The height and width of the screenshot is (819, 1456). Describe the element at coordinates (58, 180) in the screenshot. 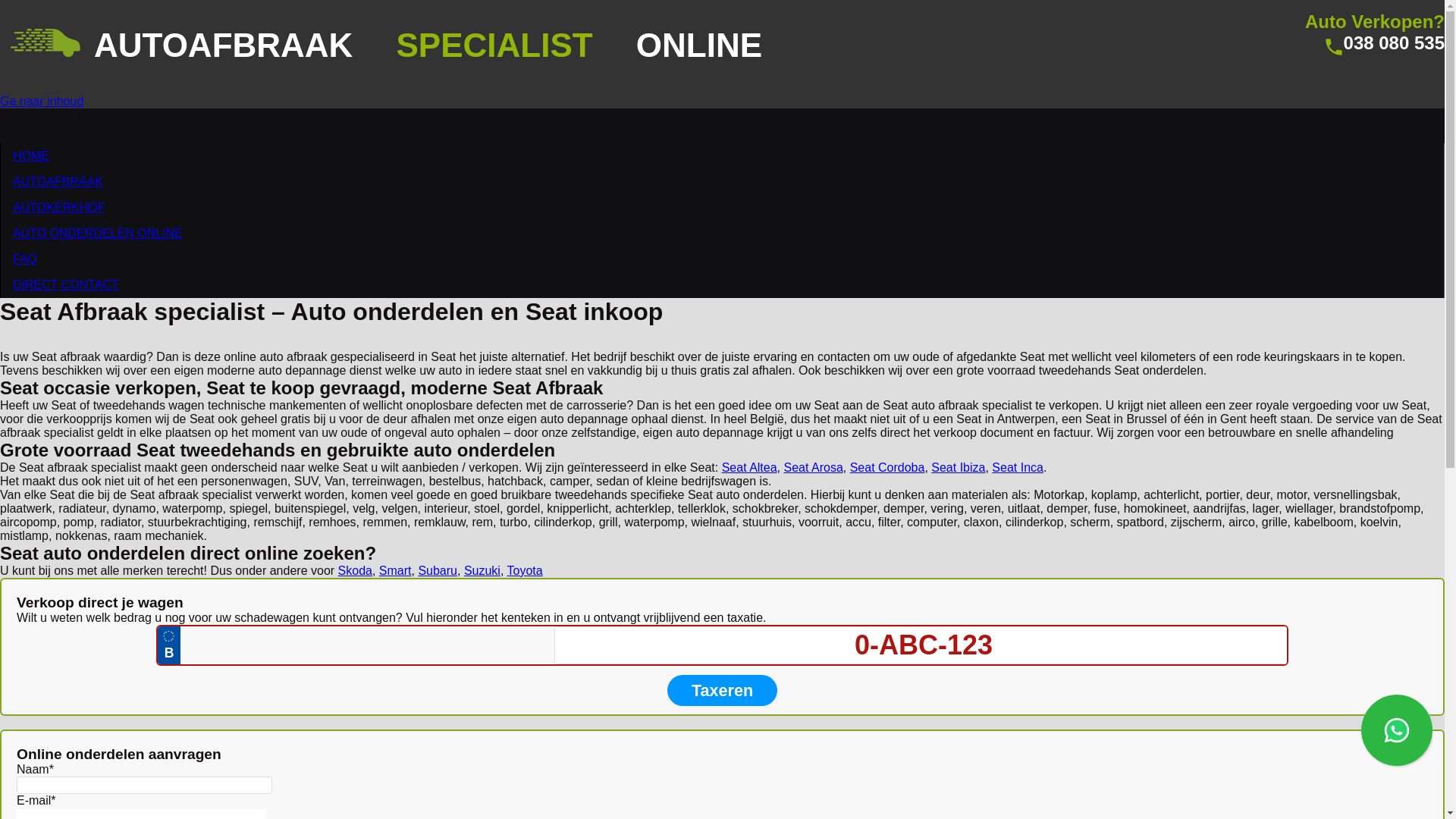

I see `'AUTOAFBRAAK'` at that location.